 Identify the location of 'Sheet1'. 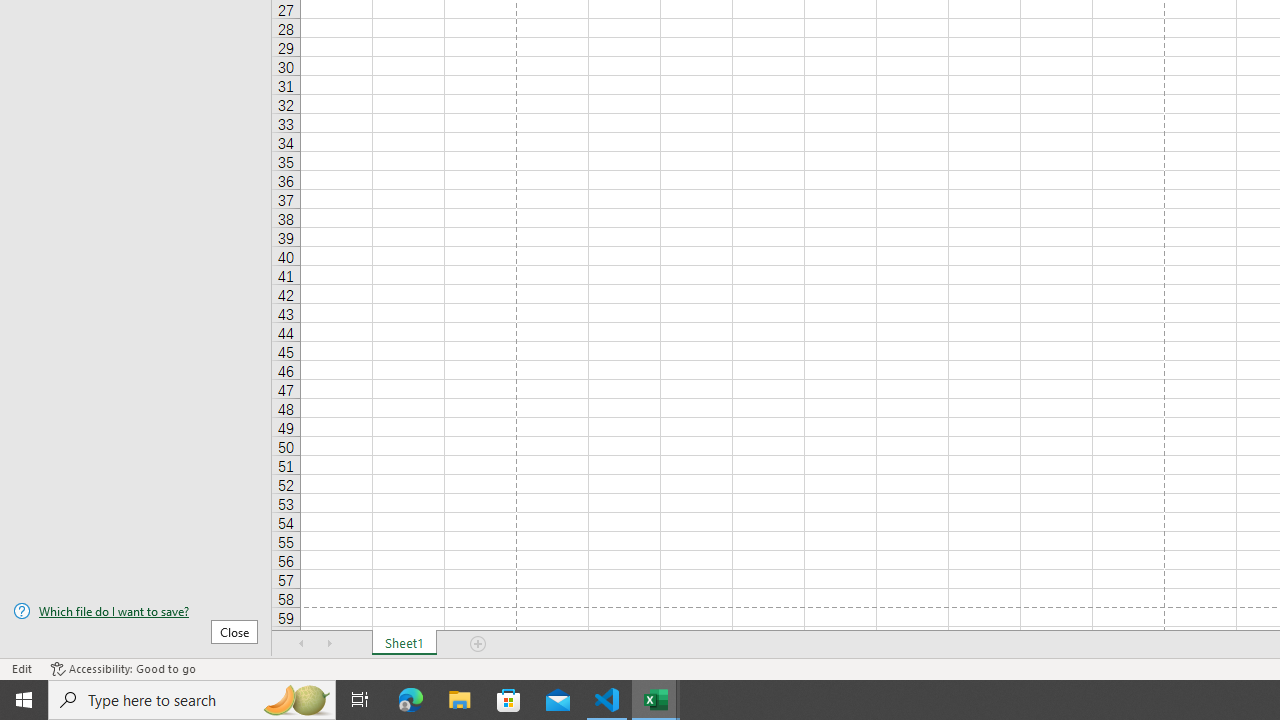
(403, 644).